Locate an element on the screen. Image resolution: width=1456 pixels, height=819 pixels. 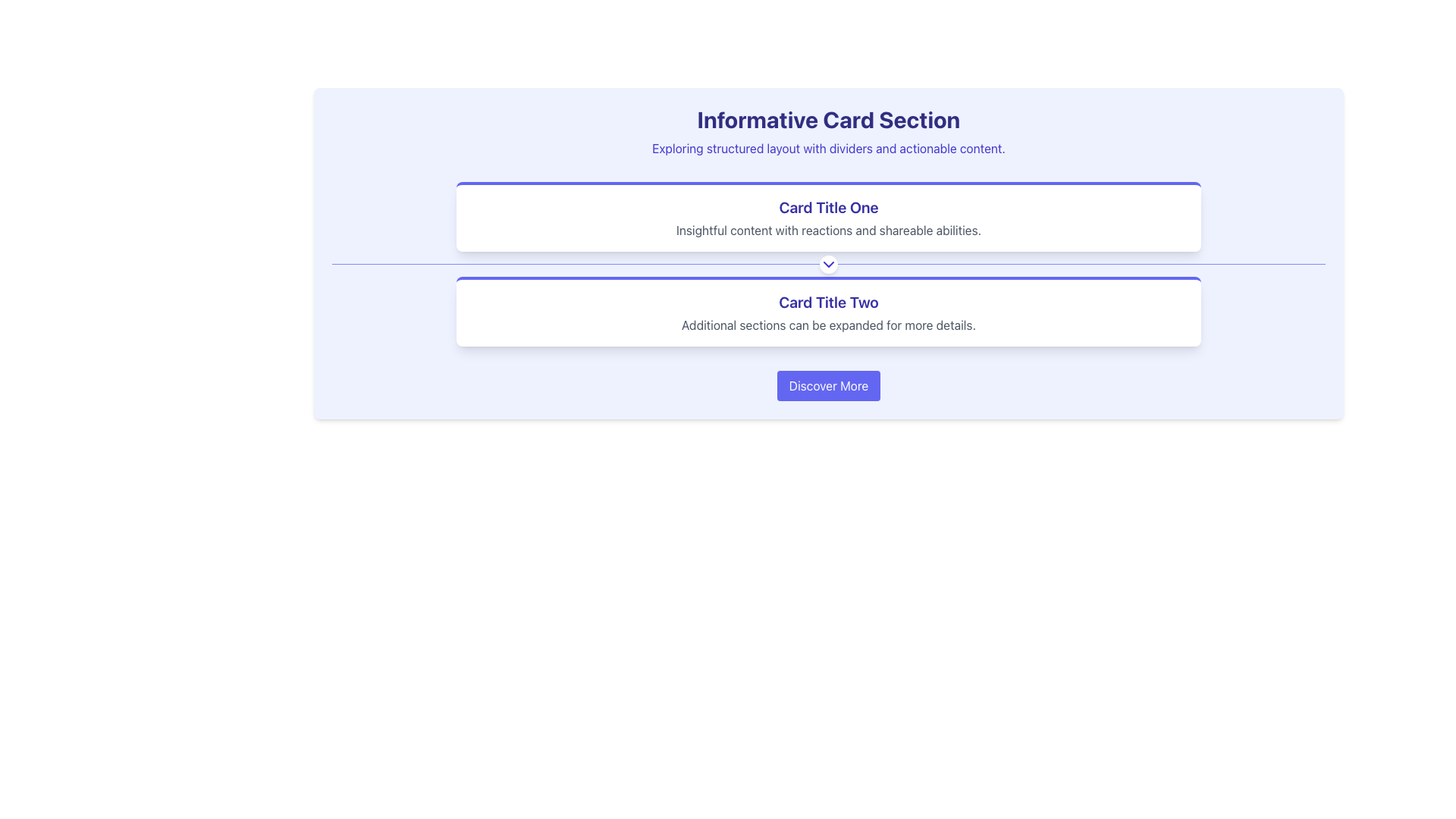
the 'Discover More' button located at the bottom of the 'Informative Card Section' is located at coordinates (828, 385).